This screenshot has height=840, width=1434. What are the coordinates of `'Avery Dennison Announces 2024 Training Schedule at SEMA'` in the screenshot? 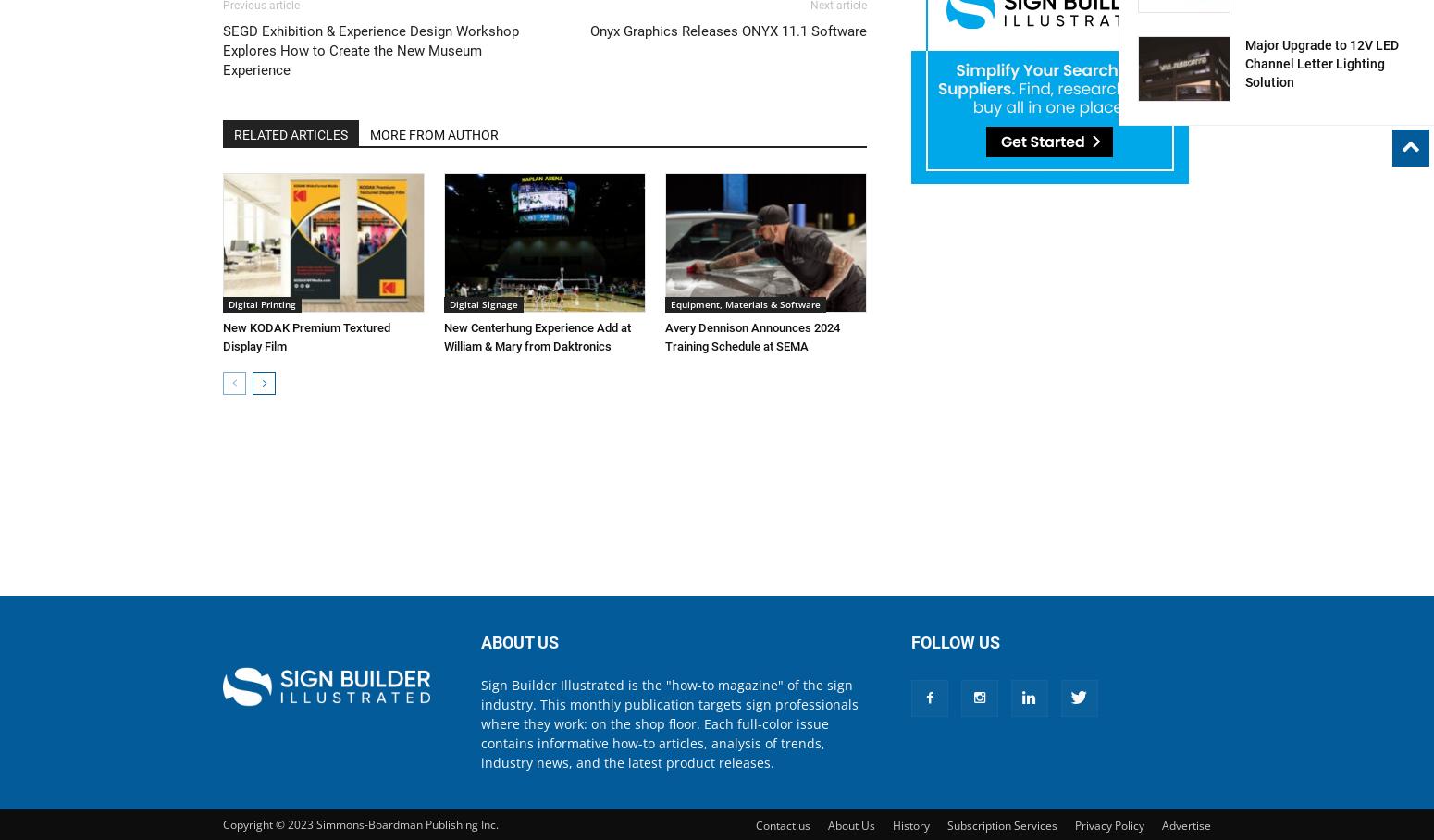 It's located at (751, 336).